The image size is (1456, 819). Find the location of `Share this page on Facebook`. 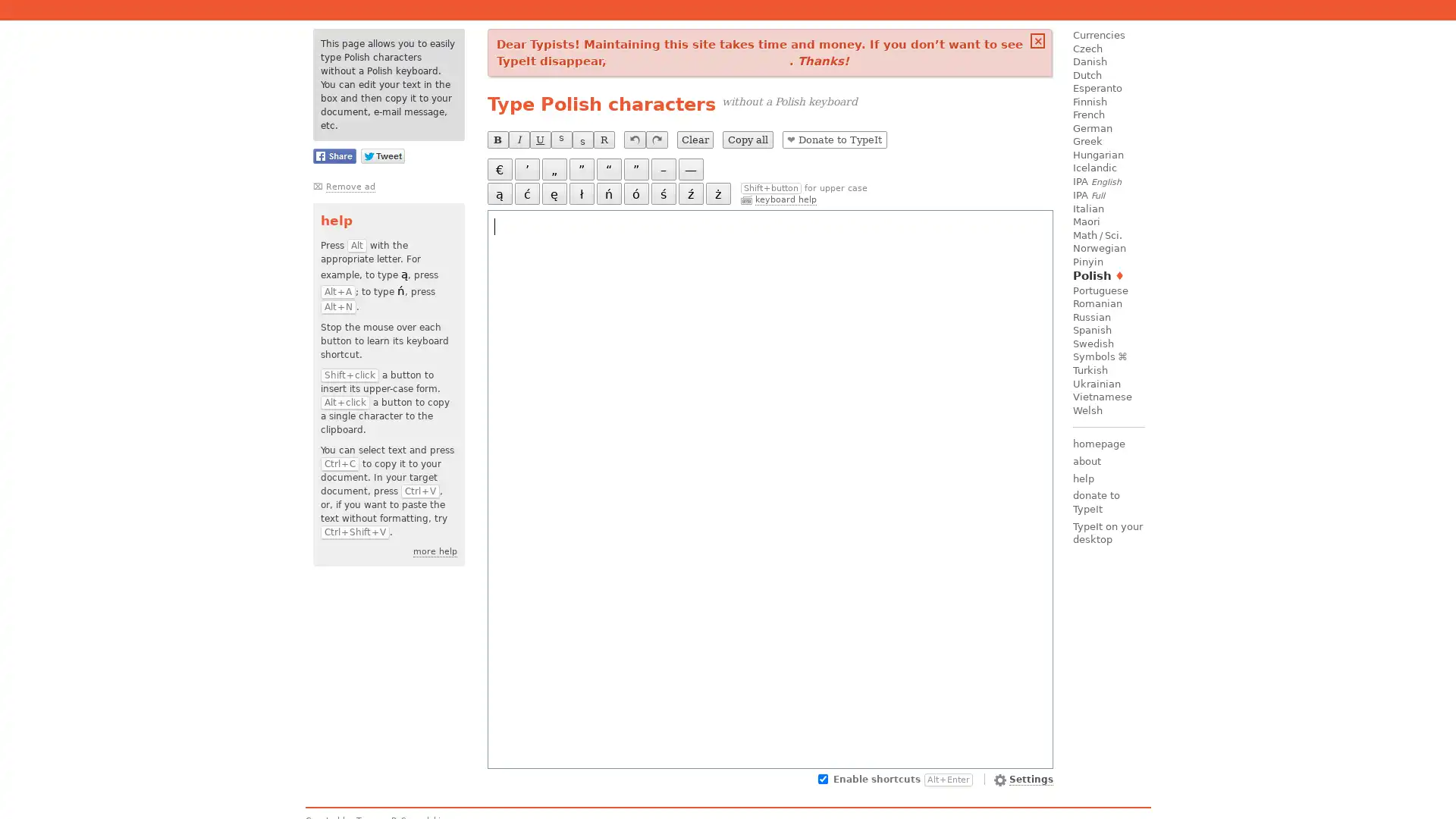

Share this page on Facebook is located at coordinates (333, 155).